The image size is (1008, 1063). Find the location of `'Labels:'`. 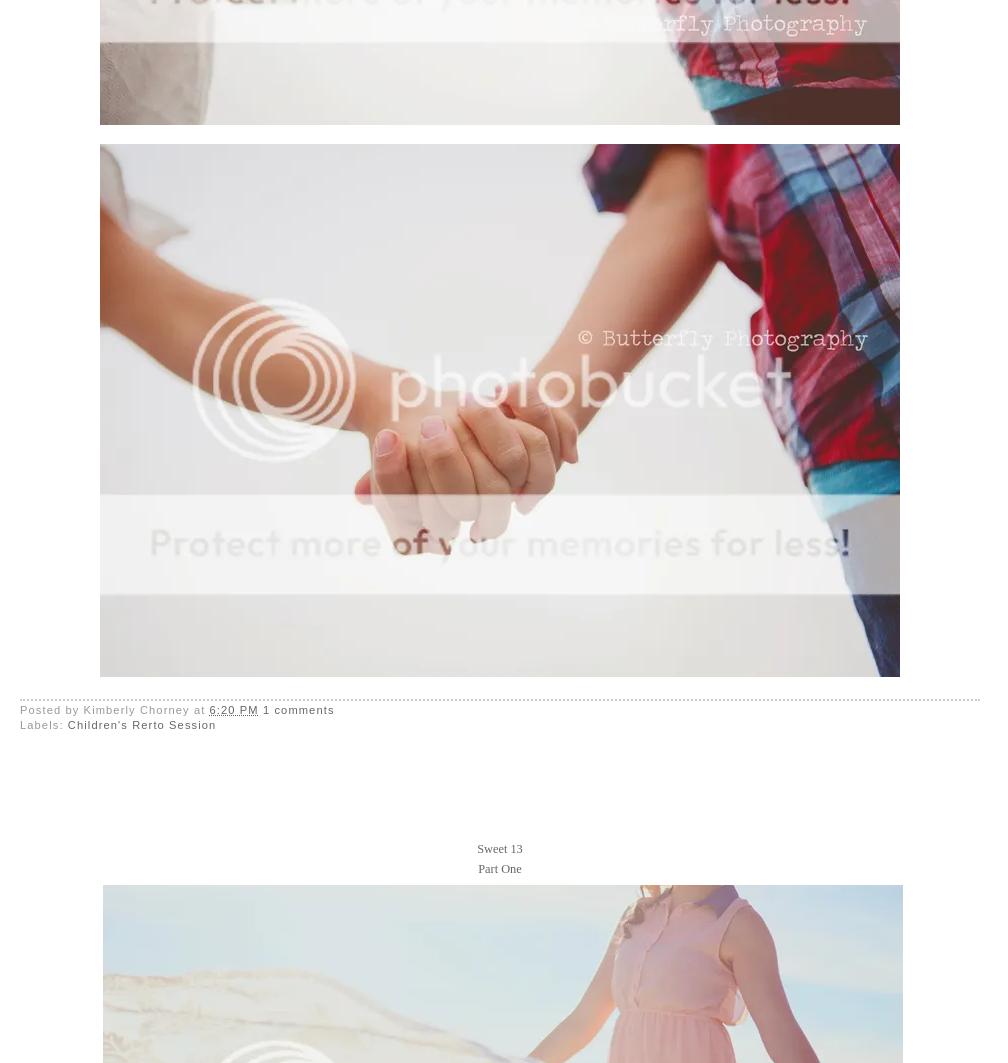

'Labels:' is located at coordinates (19, 723).